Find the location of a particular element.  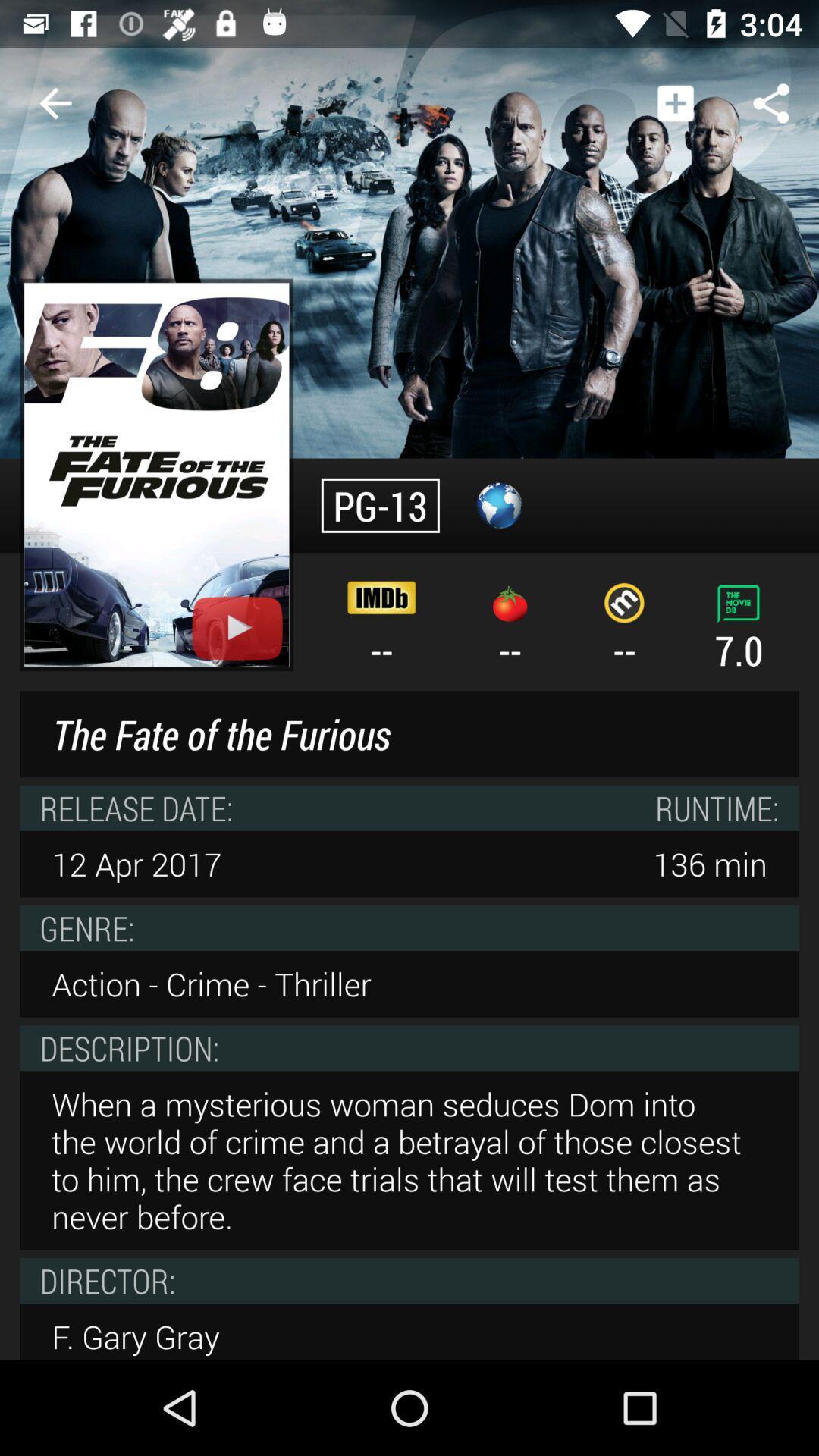

the app next to the   app is located at coordinates (55, 102).